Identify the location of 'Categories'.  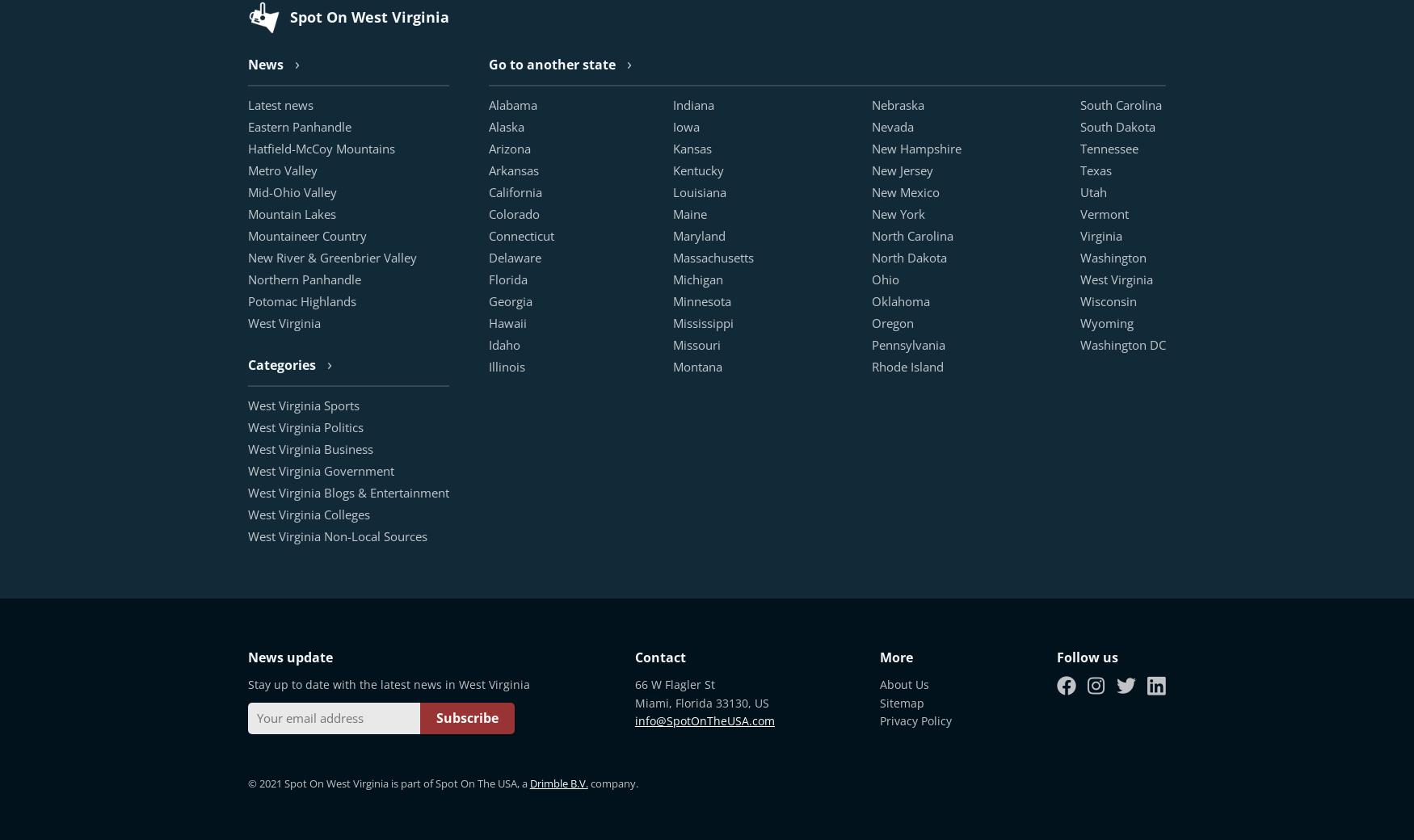
(246, 364).